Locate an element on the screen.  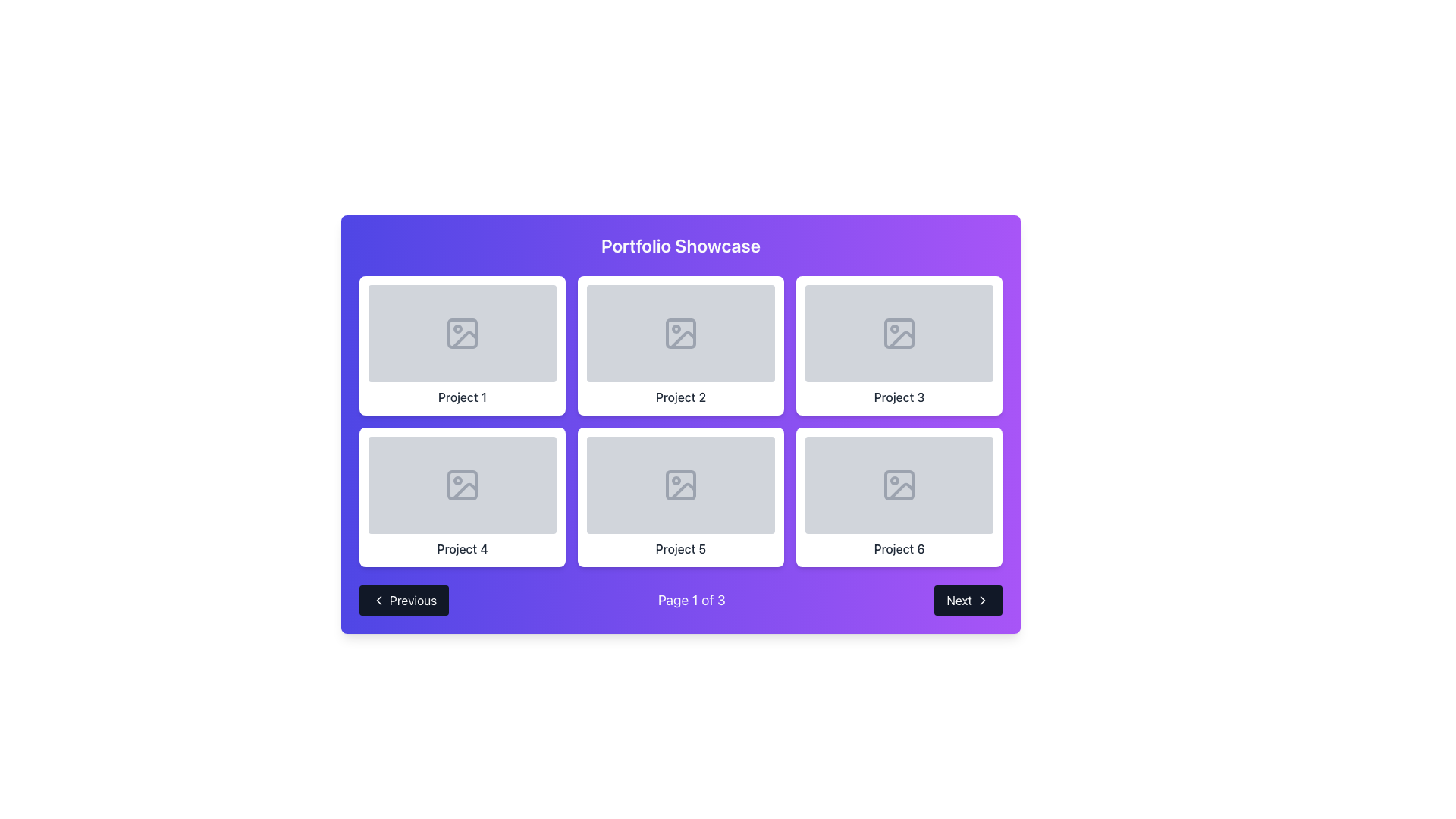
the rectangular 'Next' button with a dark gray background and white text is located at coordinates (968, 599).